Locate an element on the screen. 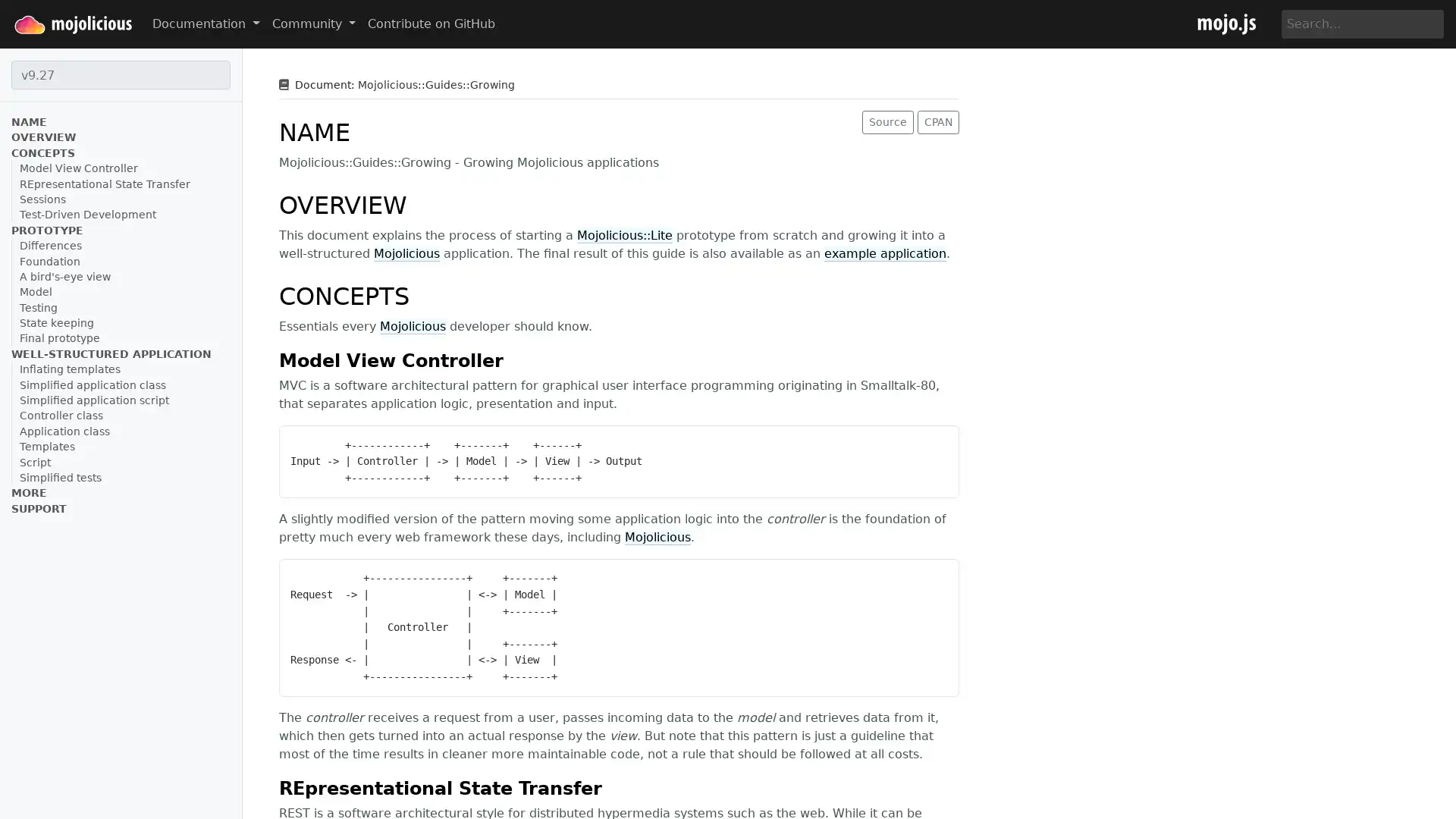 Image resolution: width=1456 pixels, height=819 pixels. Source is located at coordinates (888, 121).